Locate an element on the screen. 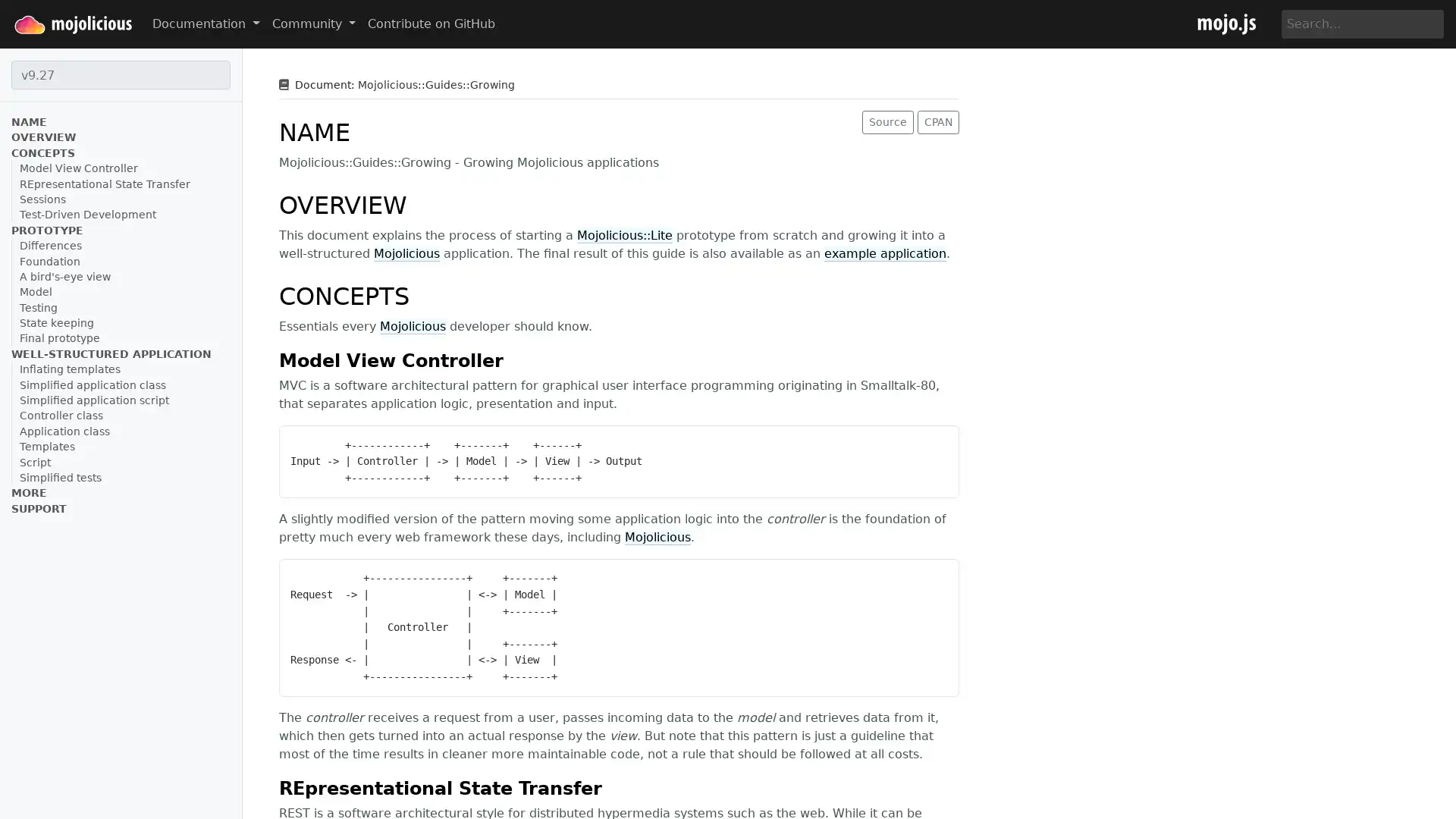 Image resolution: width=1456 pixels, height=819 pixels. Source is located at coordinates (888, 121).